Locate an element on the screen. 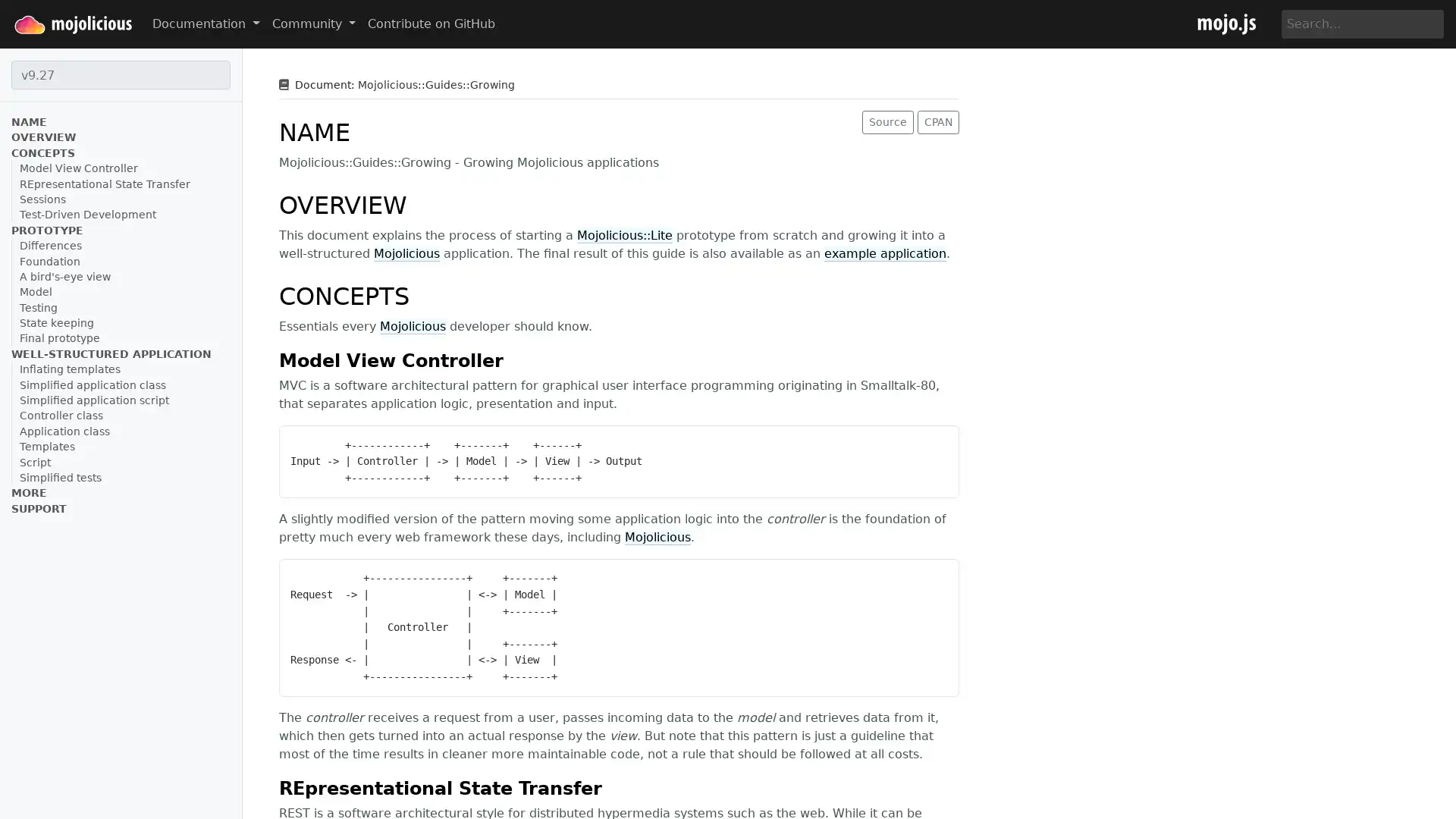 Image resolution: width=1456 pixels, height=819 pixels. Source is located at coordinates (888, 121).